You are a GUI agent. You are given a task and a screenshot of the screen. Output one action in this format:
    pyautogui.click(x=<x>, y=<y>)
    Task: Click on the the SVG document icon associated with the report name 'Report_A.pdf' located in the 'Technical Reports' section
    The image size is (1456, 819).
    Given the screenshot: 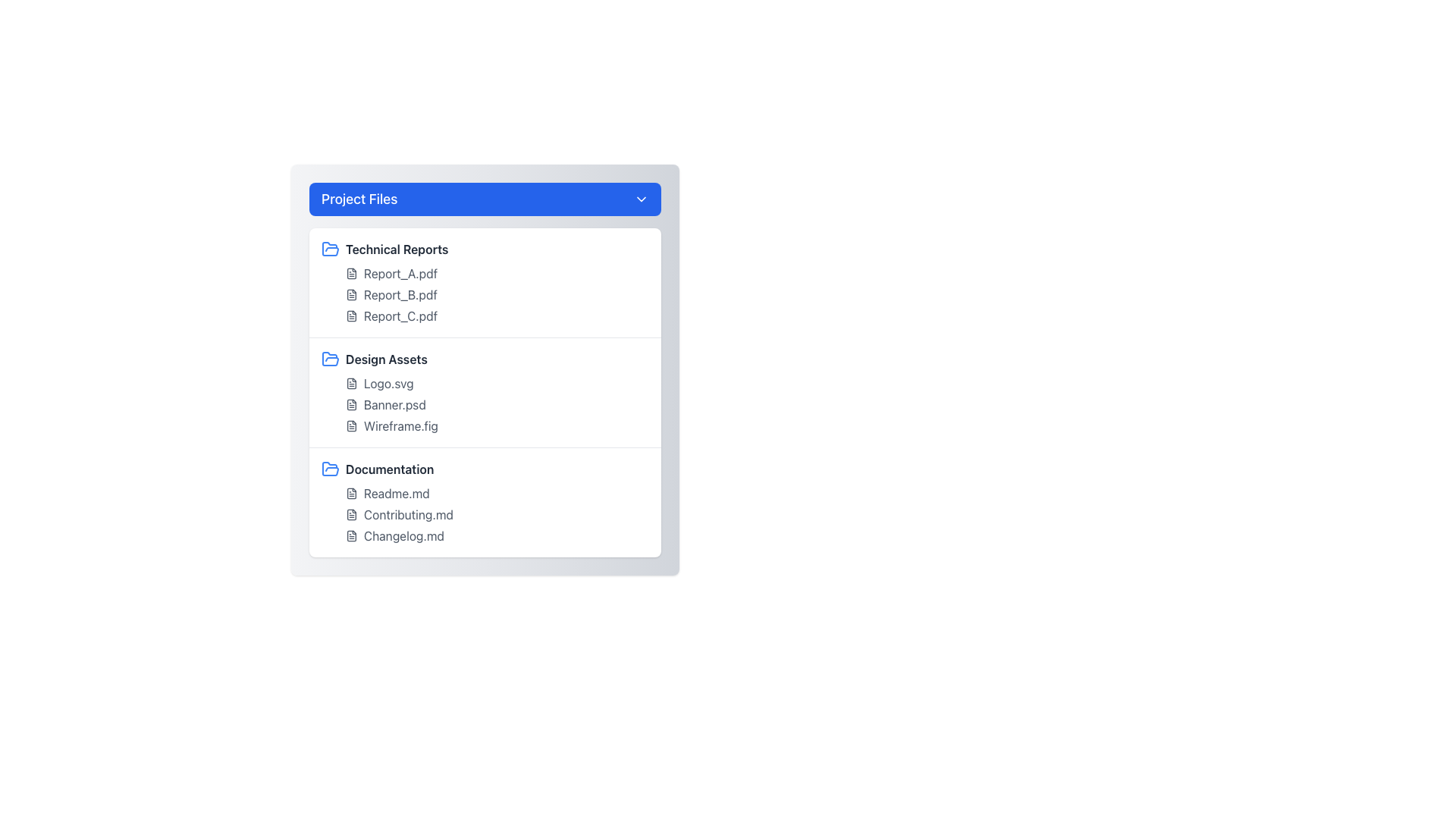 What is the action you would take?
    pyautogui.click(x=351, y=274)
    